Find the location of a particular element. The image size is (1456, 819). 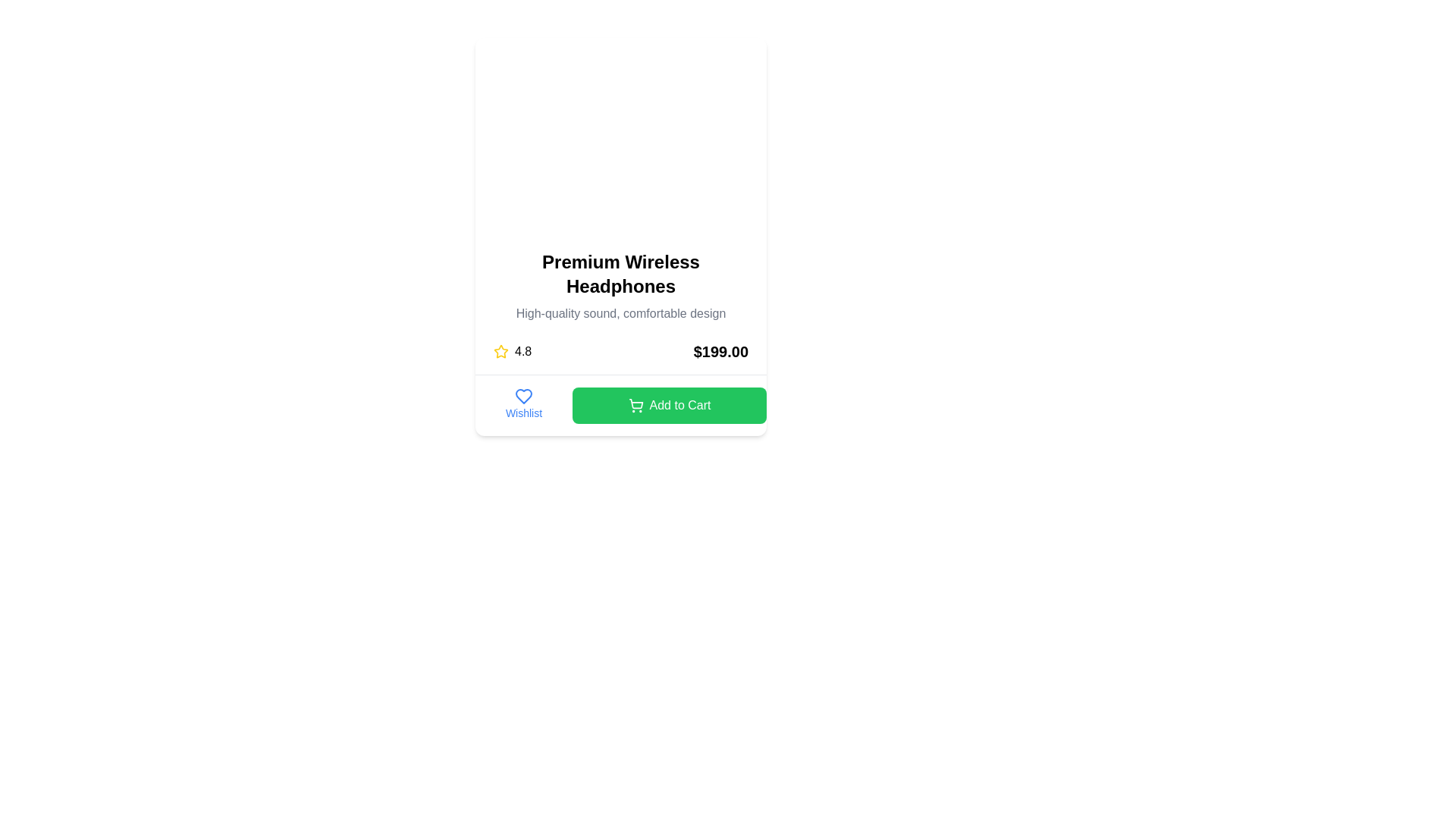

the star icon representing the product rating, which is visually aligned next to the numeric rating of '4.8' beneath the product title and description is located at coordinates (501, 351).